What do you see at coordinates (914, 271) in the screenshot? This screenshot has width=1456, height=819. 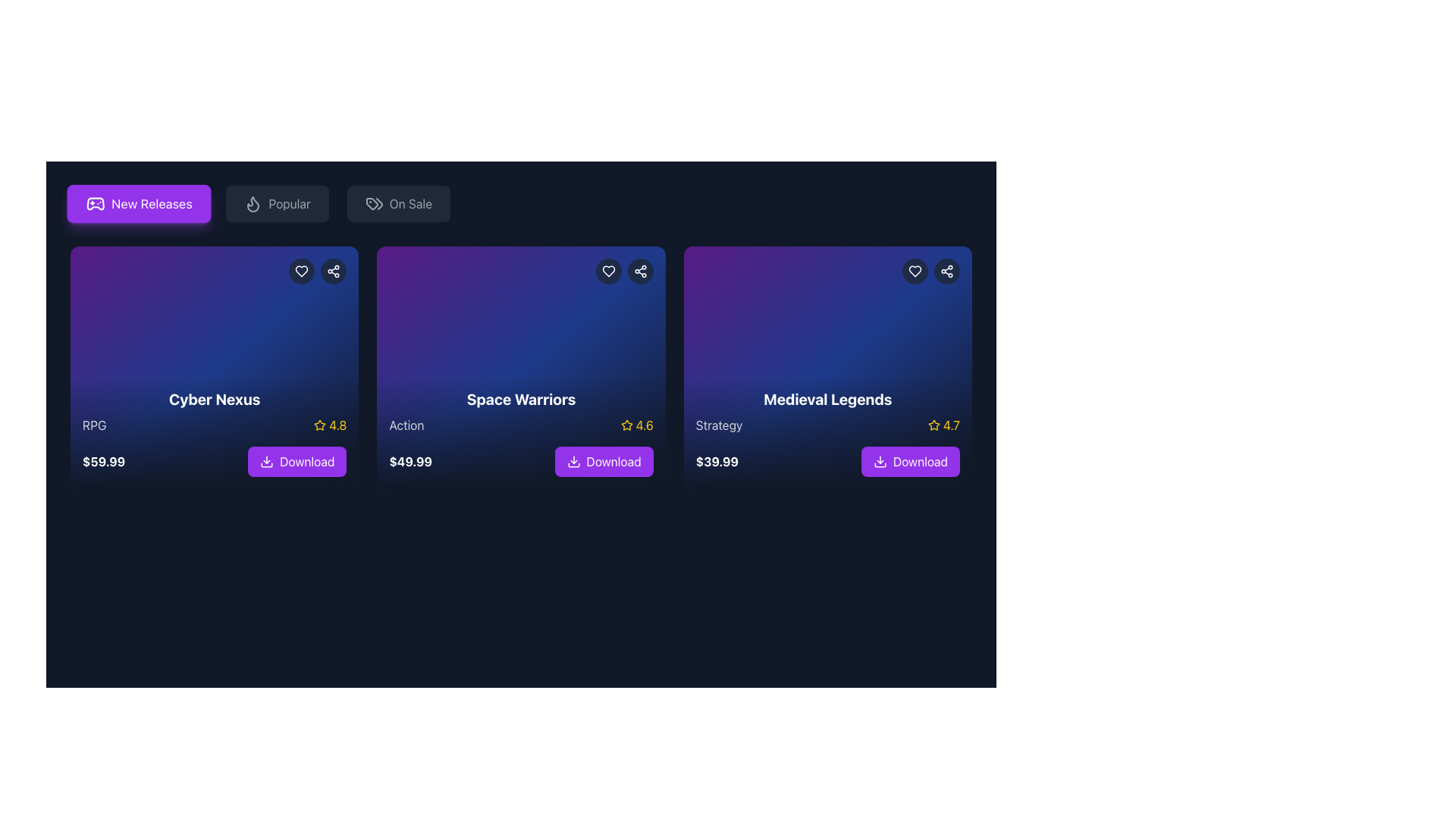 I see `the heart icon in the top-right corner of the 'Medieval Legends' card to mark it as a favorite` at bounding box center [914, 271].